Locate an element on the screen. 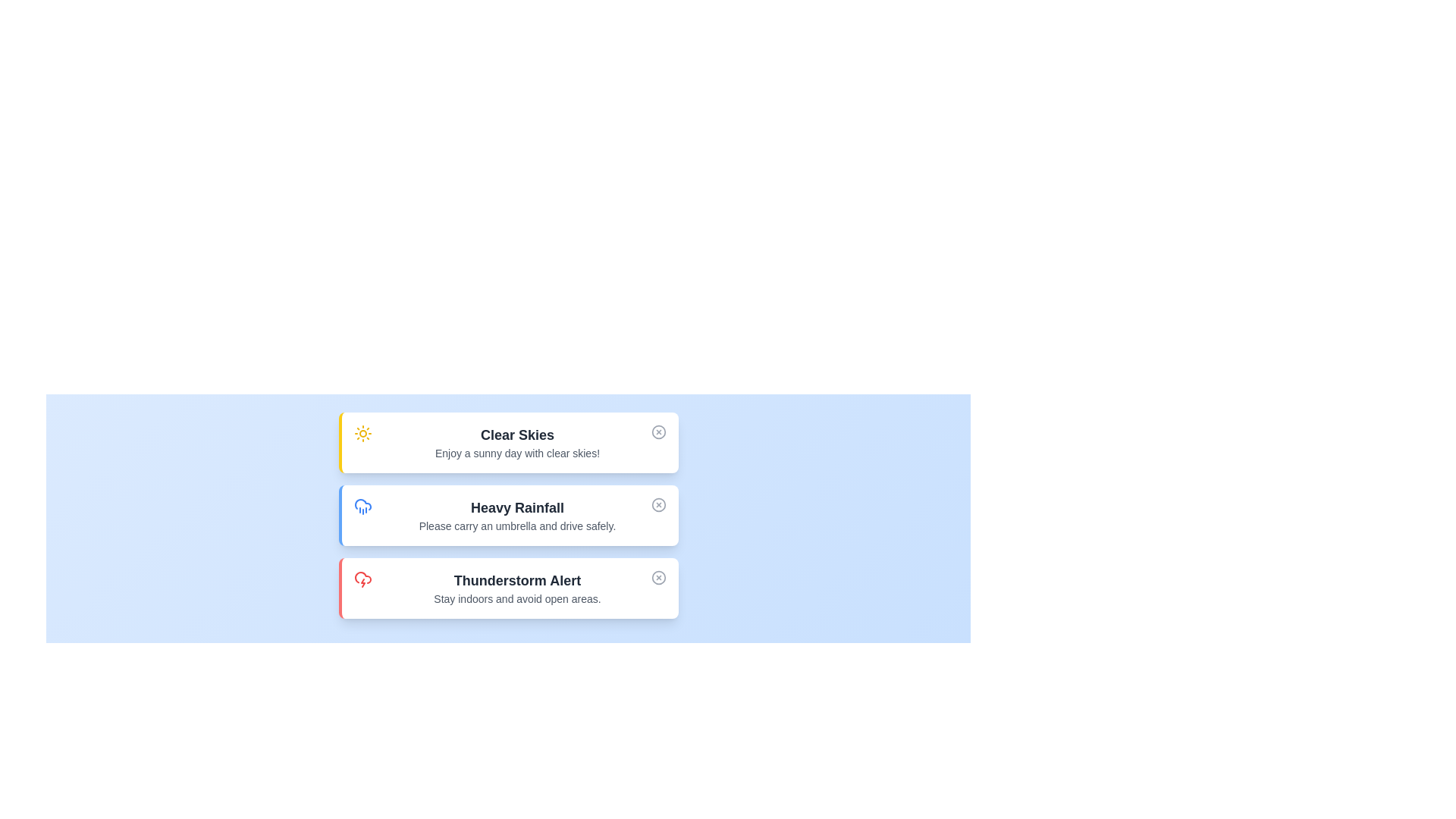 This screenshot has width=1456, height=819. close button of the alert labeled Thunderstorm Alert is located at coordinates (658, 578).